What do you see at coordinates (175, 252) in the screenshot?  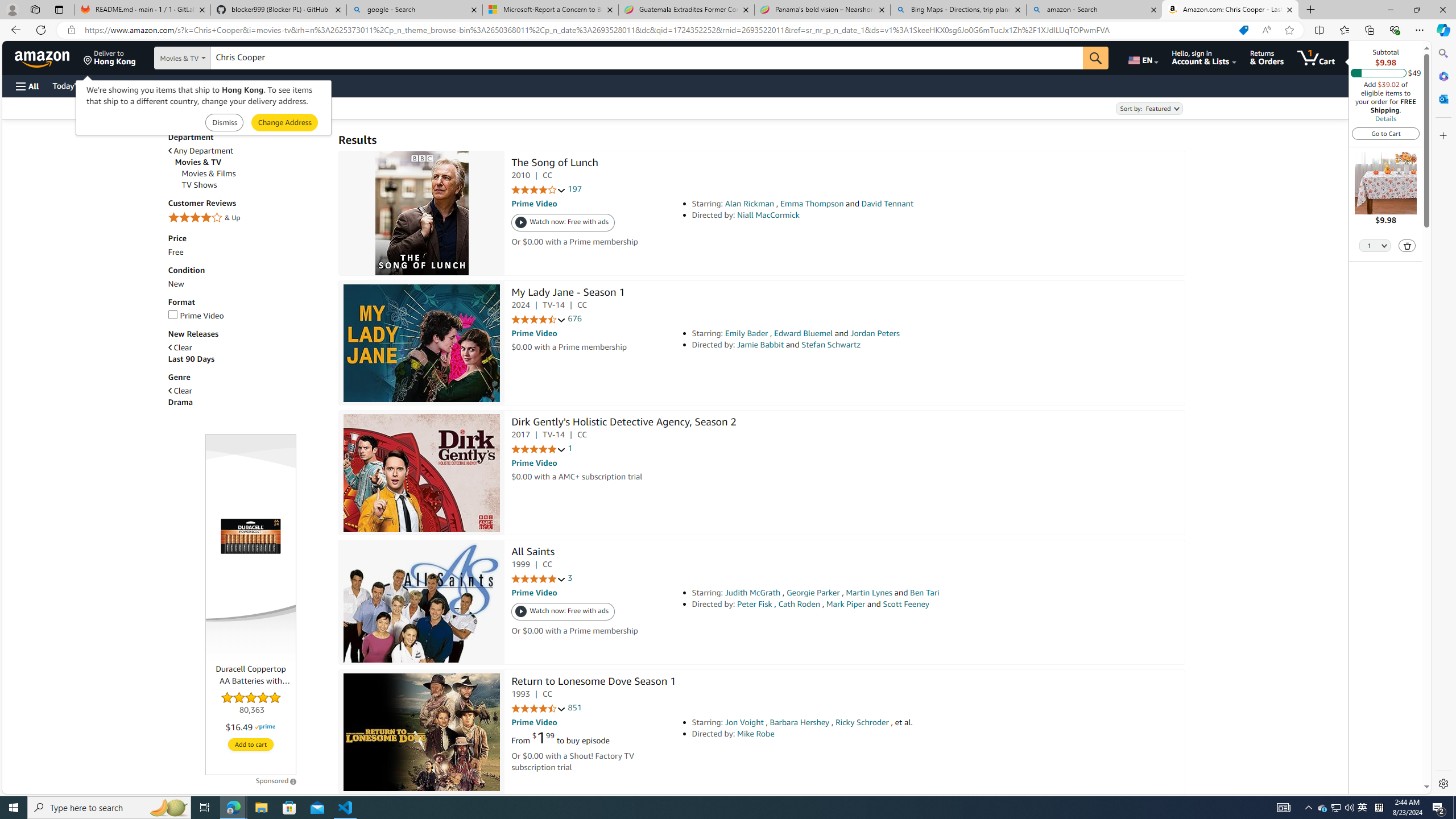 I see `'Free'` at bounding box center [175, 252].